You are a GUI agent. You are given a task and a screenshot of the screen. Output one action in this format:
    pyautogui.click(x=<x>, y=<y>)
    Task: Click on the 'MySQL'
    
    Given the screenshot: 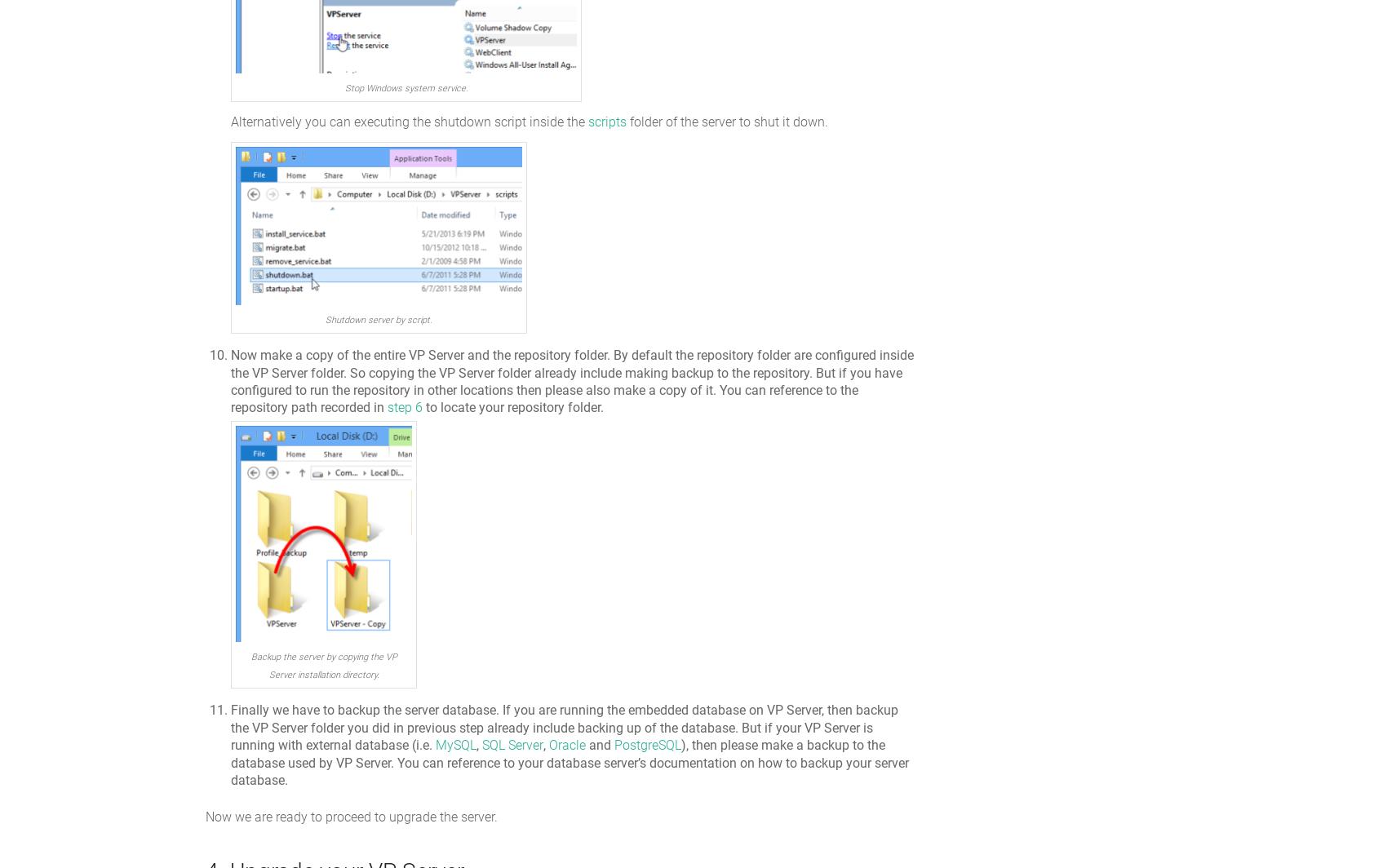 What is the action you would take?
    pyautogui.click(x=454, y=745)
    